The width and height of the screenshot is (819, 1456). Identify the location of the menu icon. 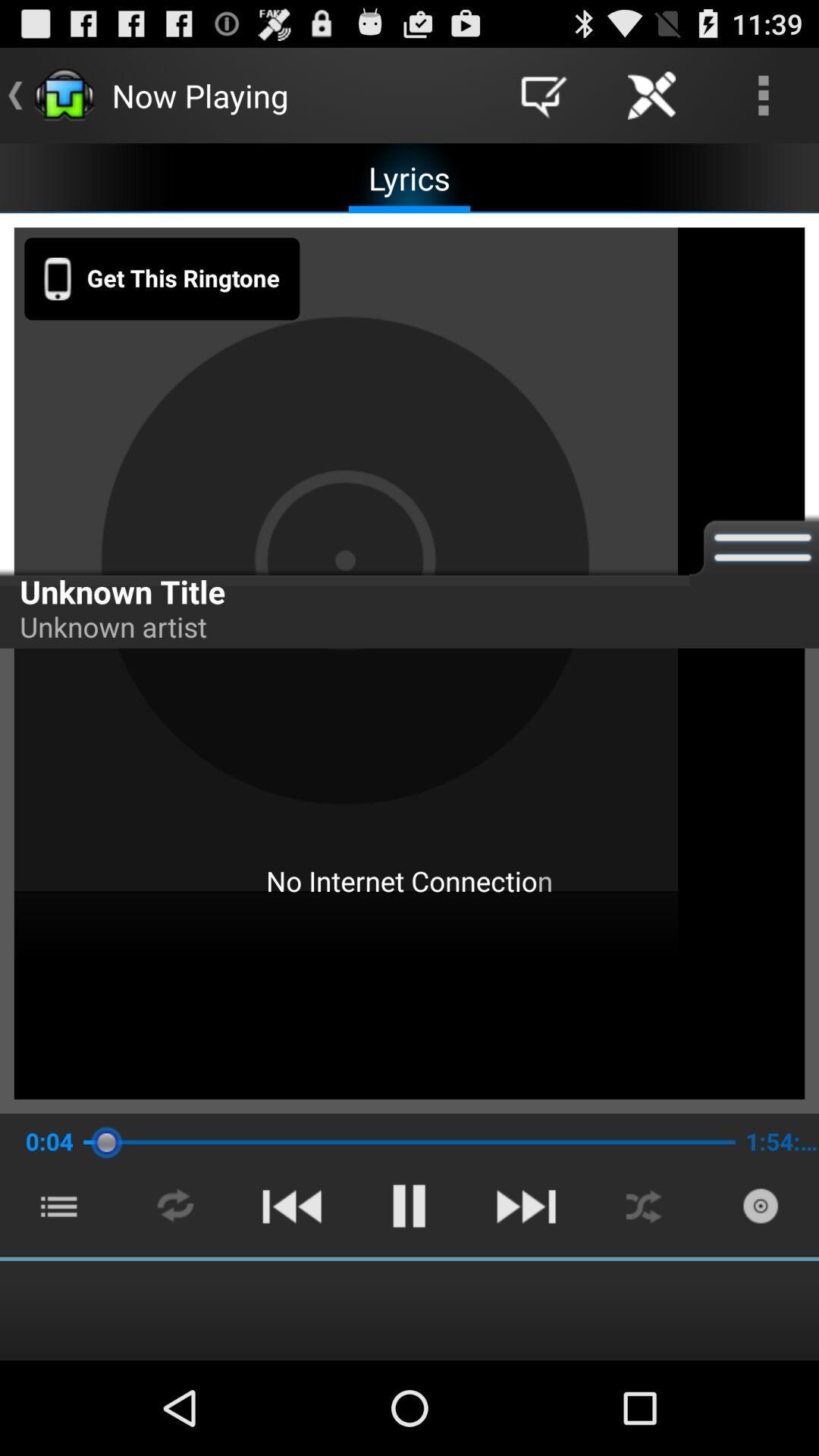
(57, 1290).